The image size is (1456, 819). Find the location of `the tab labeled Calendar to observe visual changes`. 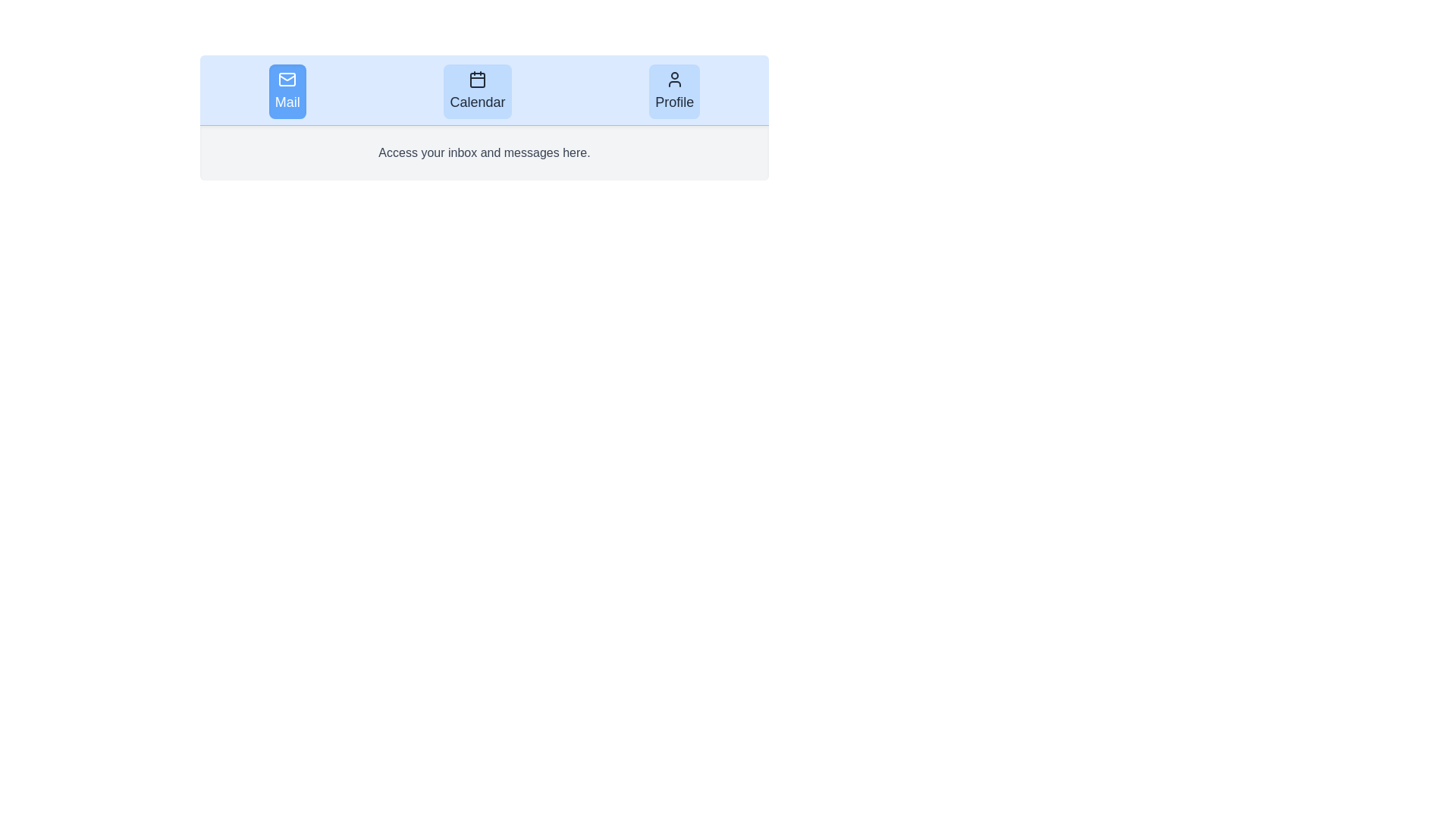

the tab labeled Calendar to observe visual changes is located at coordinates (476, 91).